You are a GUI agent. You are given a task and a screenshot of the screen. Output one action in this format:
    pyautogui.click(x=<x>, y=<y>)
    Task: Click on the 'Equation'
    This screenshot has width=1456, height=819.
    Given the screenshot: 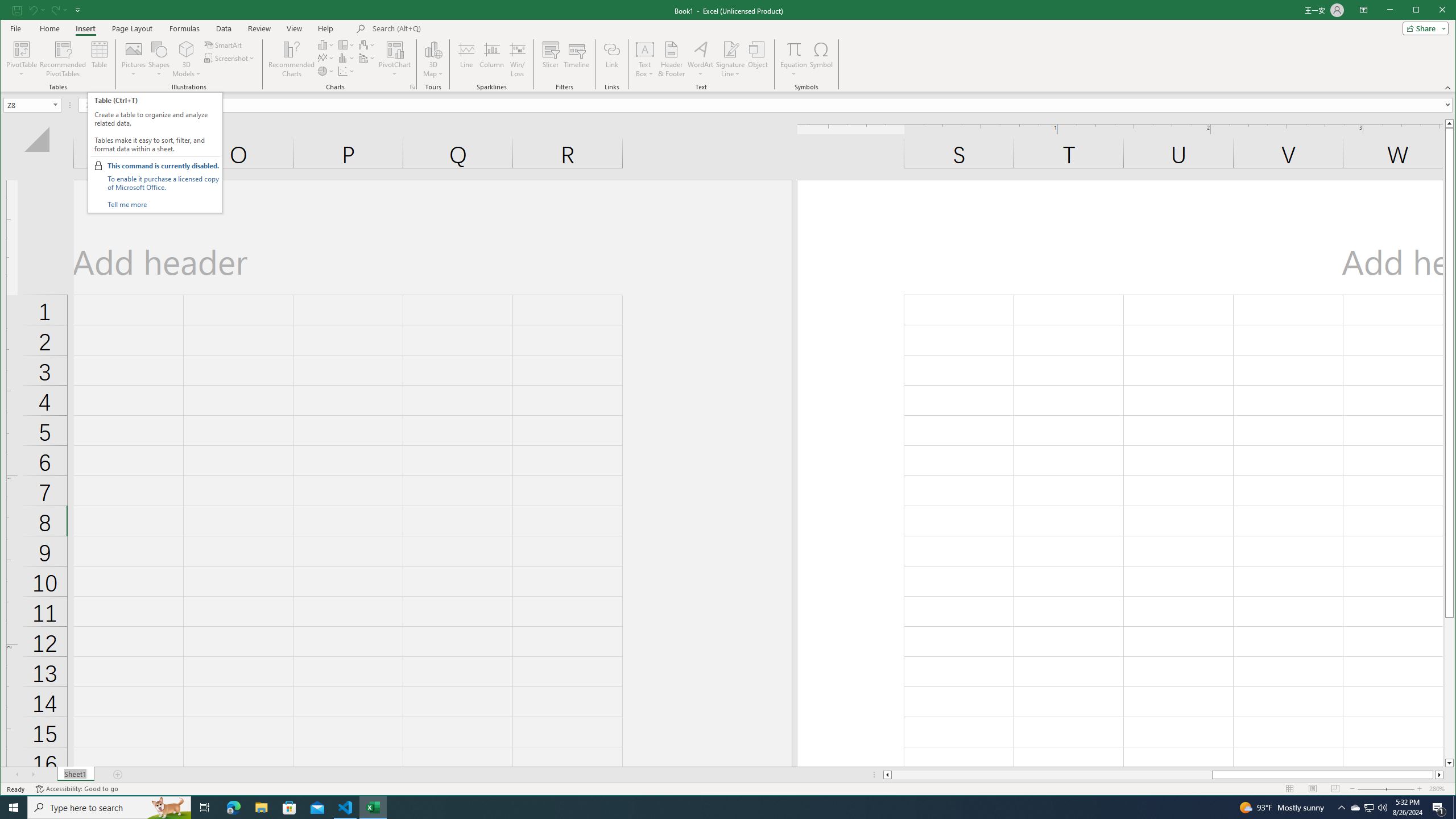 What is the action you would take?
    pyautogui.click(x=793, y=59)
    